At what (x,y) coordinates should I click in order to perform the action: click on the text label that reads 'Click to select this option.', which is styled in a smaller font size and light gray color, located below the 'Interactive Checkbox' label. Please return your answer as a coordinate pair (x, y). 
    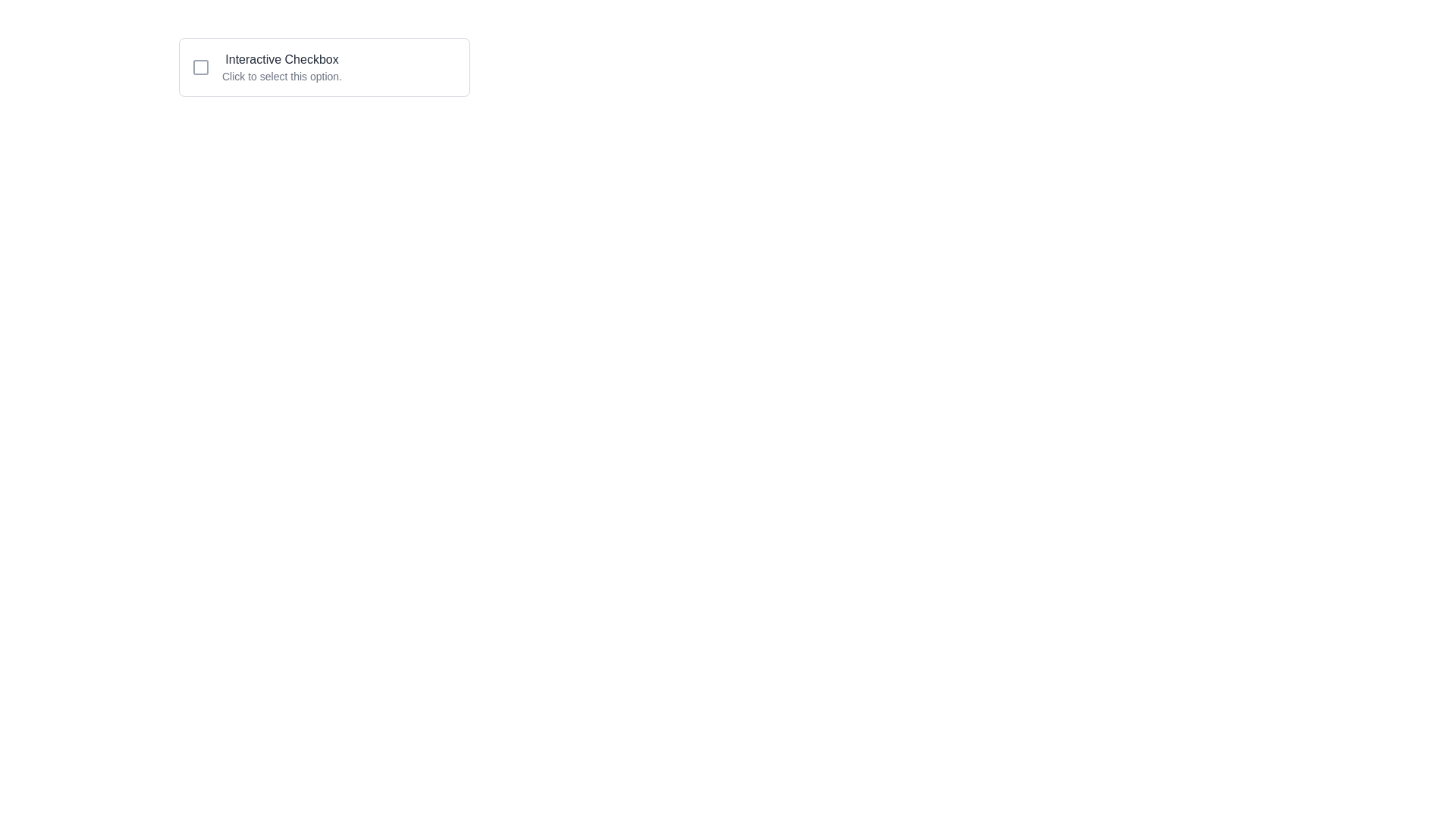
    Looking at the image, I should click on (281, 76).